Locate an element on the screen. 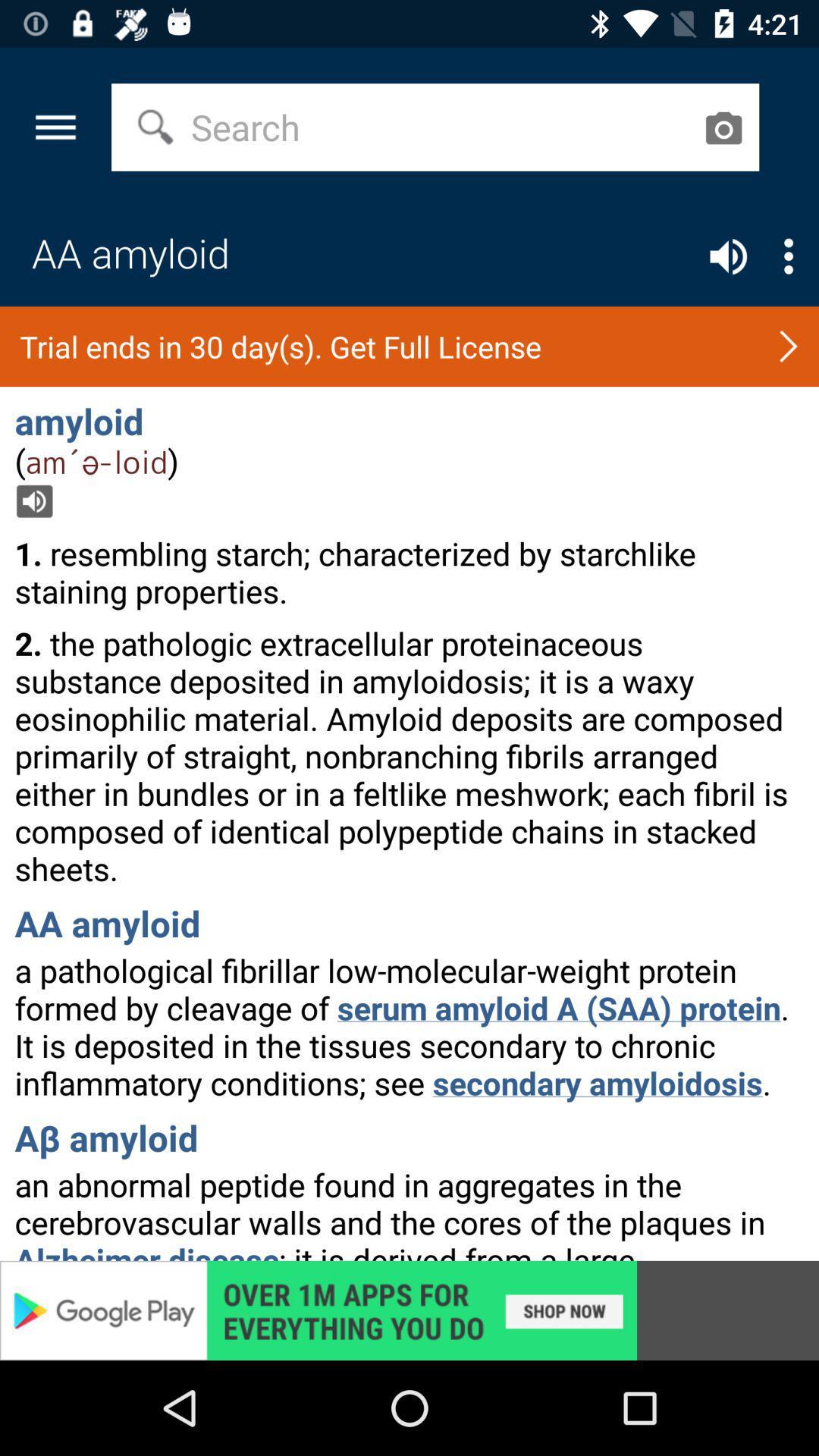 This screenshot has width=819, height=1456. sound pronunciation is located at coordinates (727, 256).